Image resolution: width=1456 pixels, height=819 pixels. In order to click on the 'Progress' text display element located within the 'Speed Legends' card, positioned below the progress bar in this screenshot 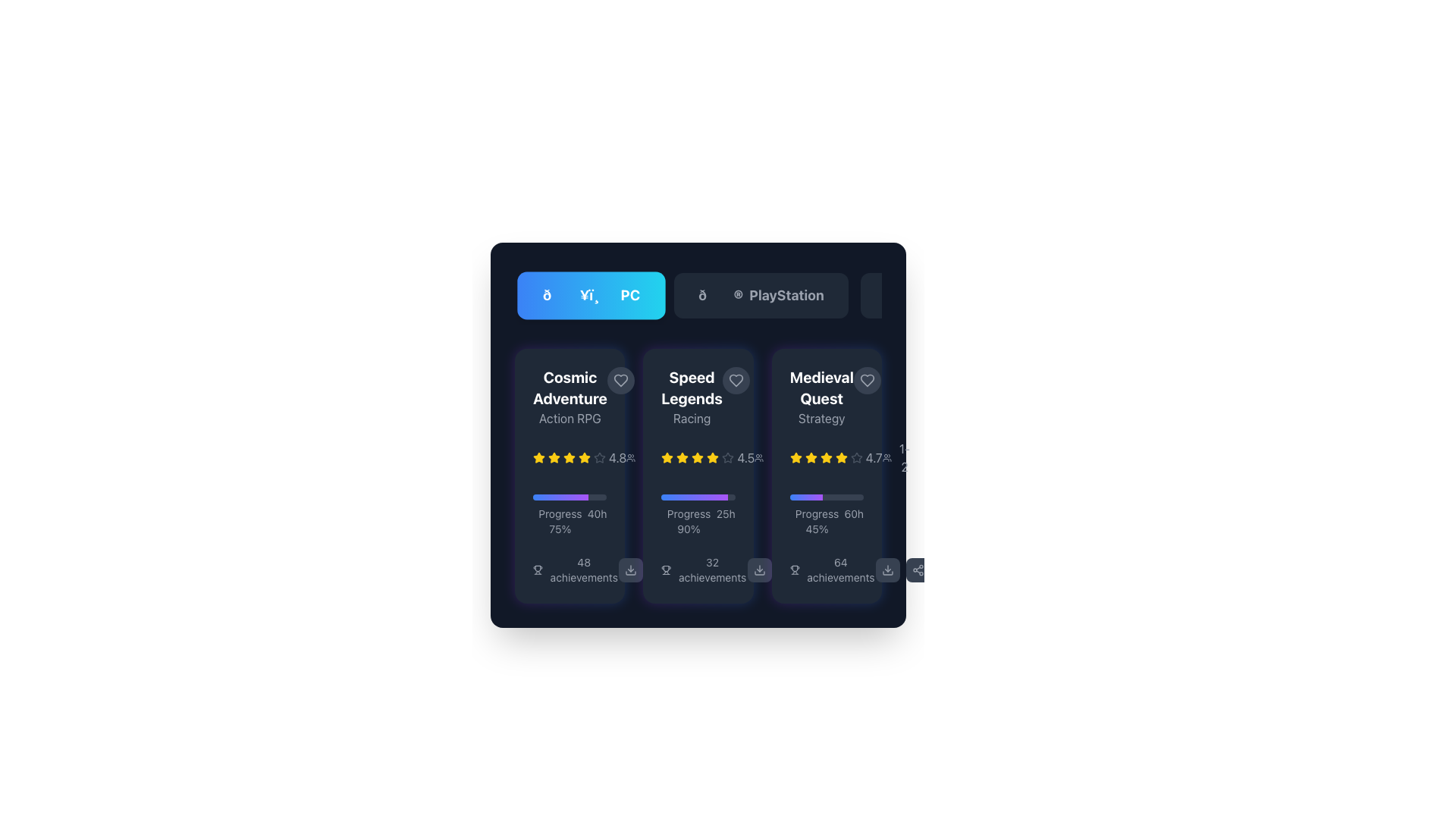, I will do `click(698, 520)`.